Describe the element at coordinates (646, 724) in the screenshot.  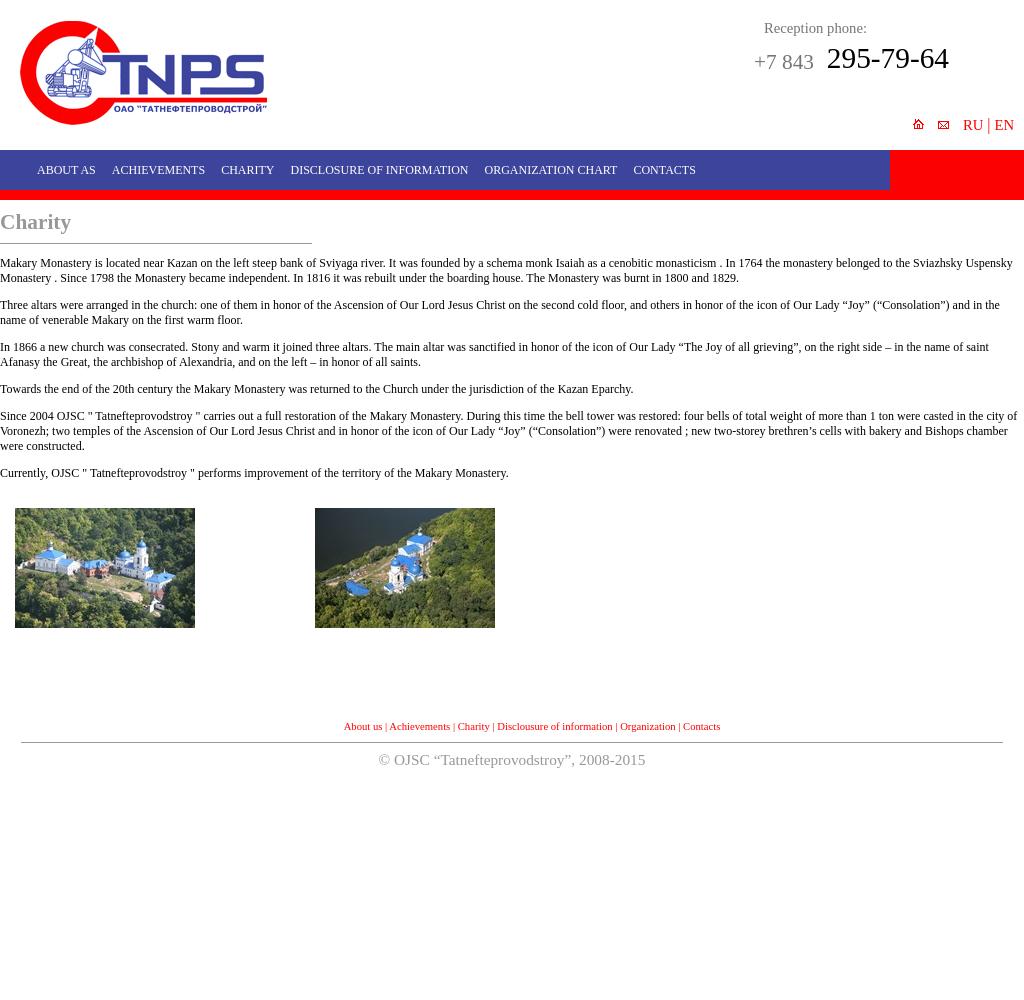
I see `'Organization'` at that location.